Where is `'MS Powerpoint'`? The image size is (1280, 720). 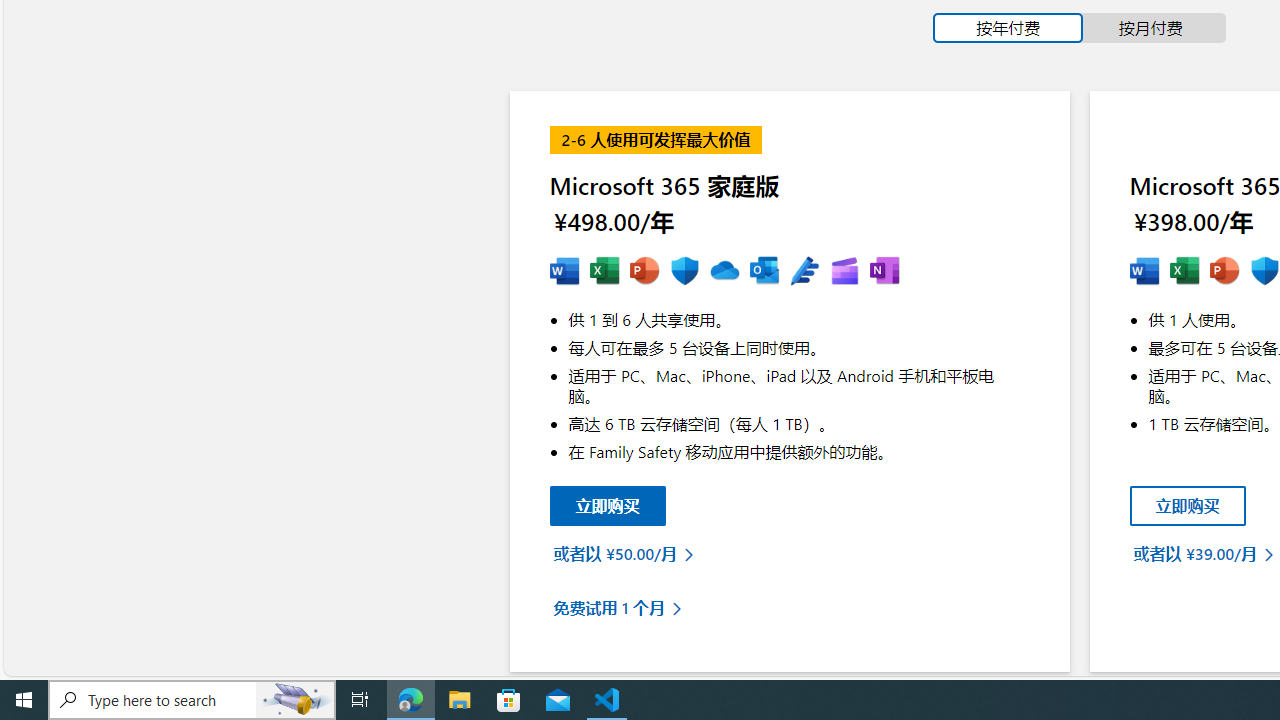
'MS Powerpoint' is located at coordinates (644, 271).